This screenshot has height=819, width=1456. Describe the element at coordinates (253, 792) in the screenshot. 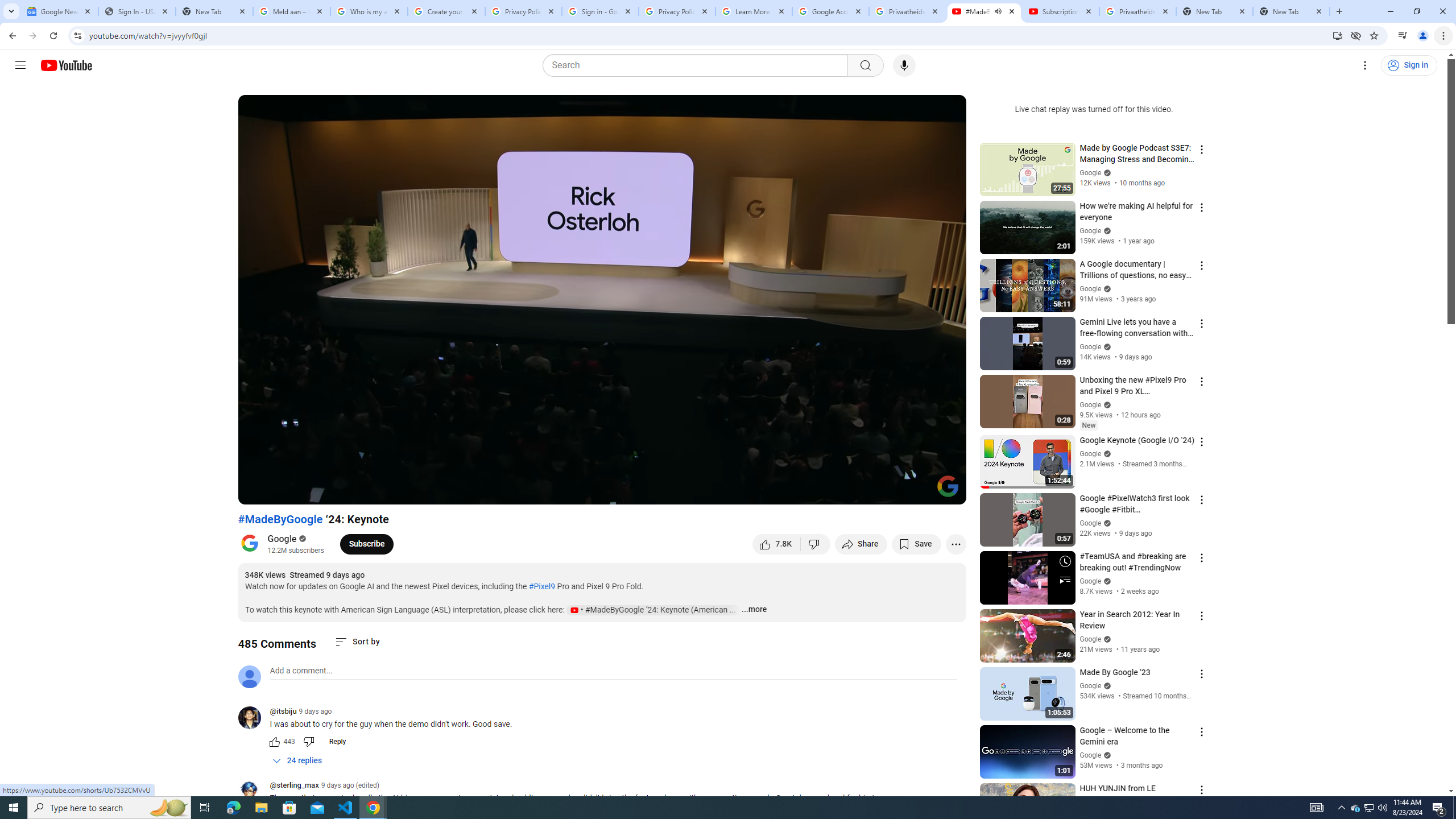

I see `'@sterling_max'` at that location.